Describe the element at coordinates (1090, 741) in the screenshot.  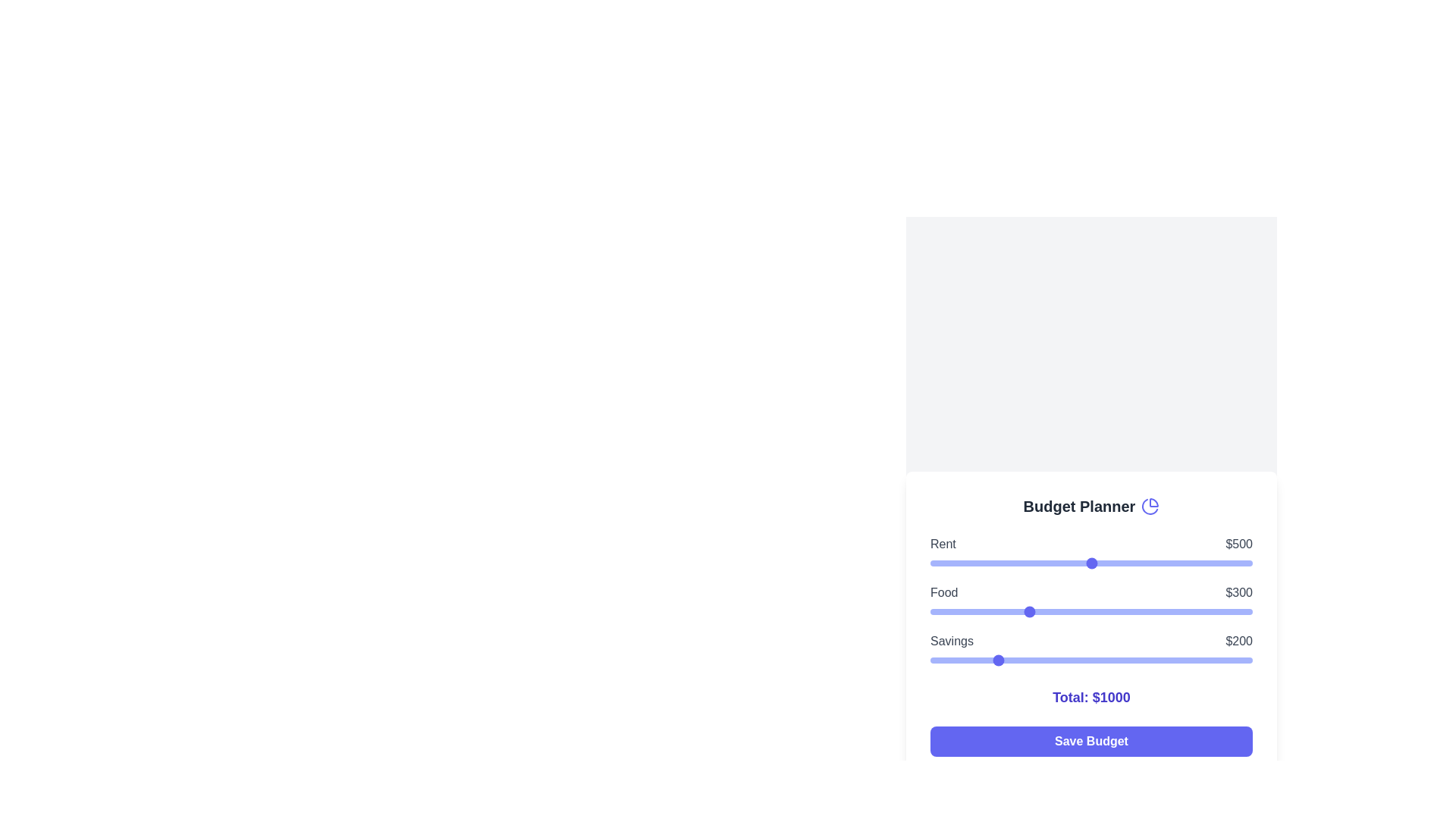
I see `the 'Save Budget' button` at that location.